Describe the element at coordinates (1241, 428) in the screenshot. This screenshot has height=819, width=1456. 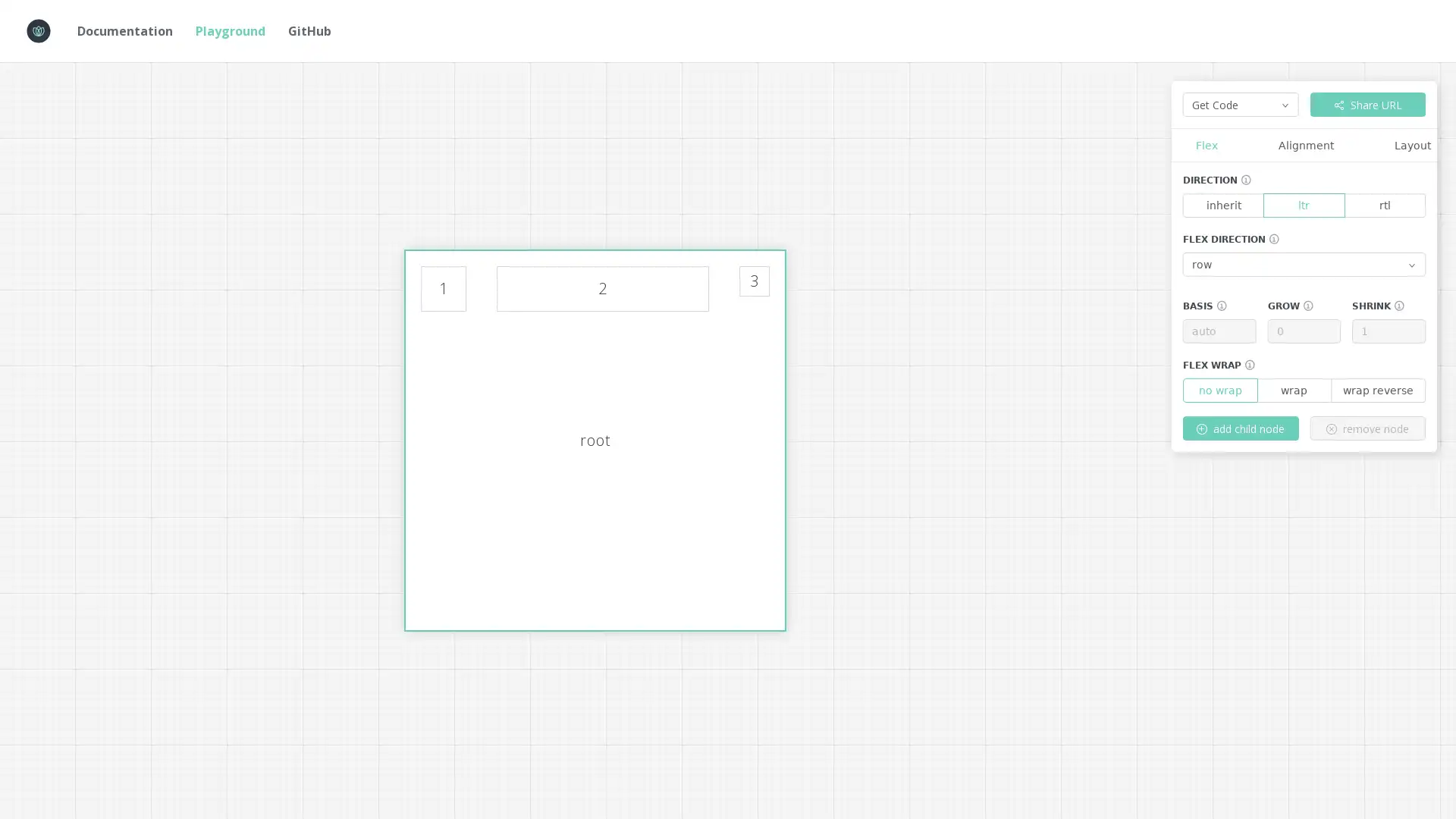
I see `add child node` at that location.